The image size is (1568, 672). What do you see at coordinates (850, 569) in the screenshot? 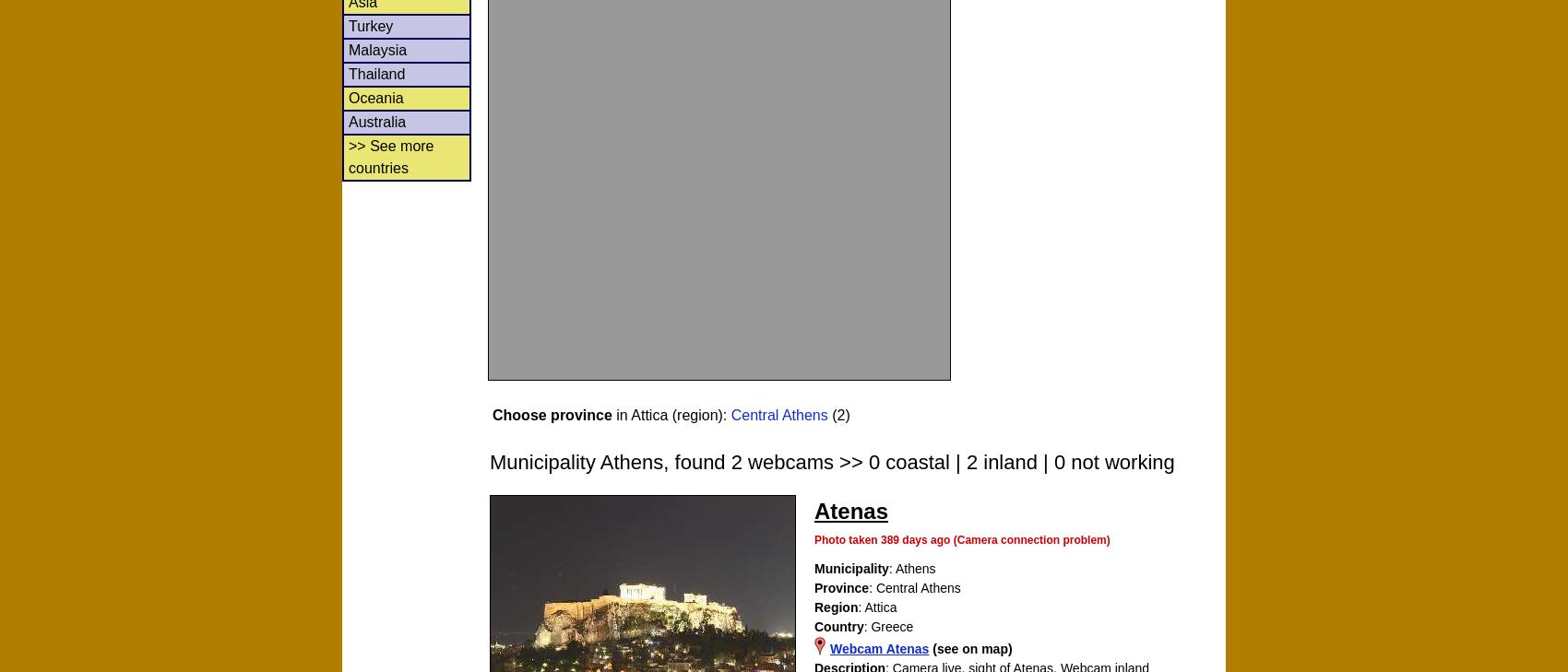
I see `'Municipality'` at bounding box center [850, 569].